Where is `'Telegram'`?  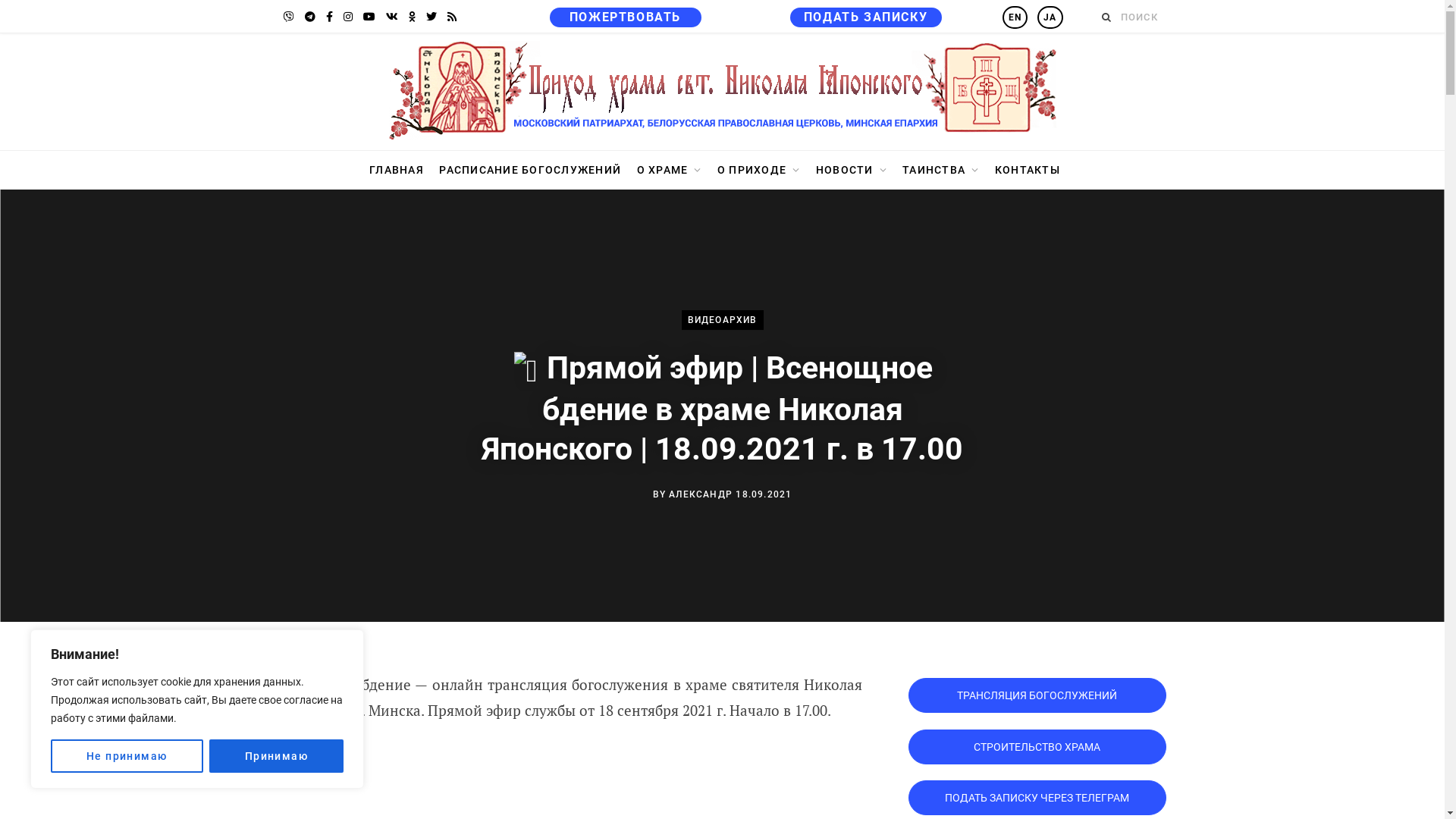 'Telegram' is located at coordinates (309, 17).